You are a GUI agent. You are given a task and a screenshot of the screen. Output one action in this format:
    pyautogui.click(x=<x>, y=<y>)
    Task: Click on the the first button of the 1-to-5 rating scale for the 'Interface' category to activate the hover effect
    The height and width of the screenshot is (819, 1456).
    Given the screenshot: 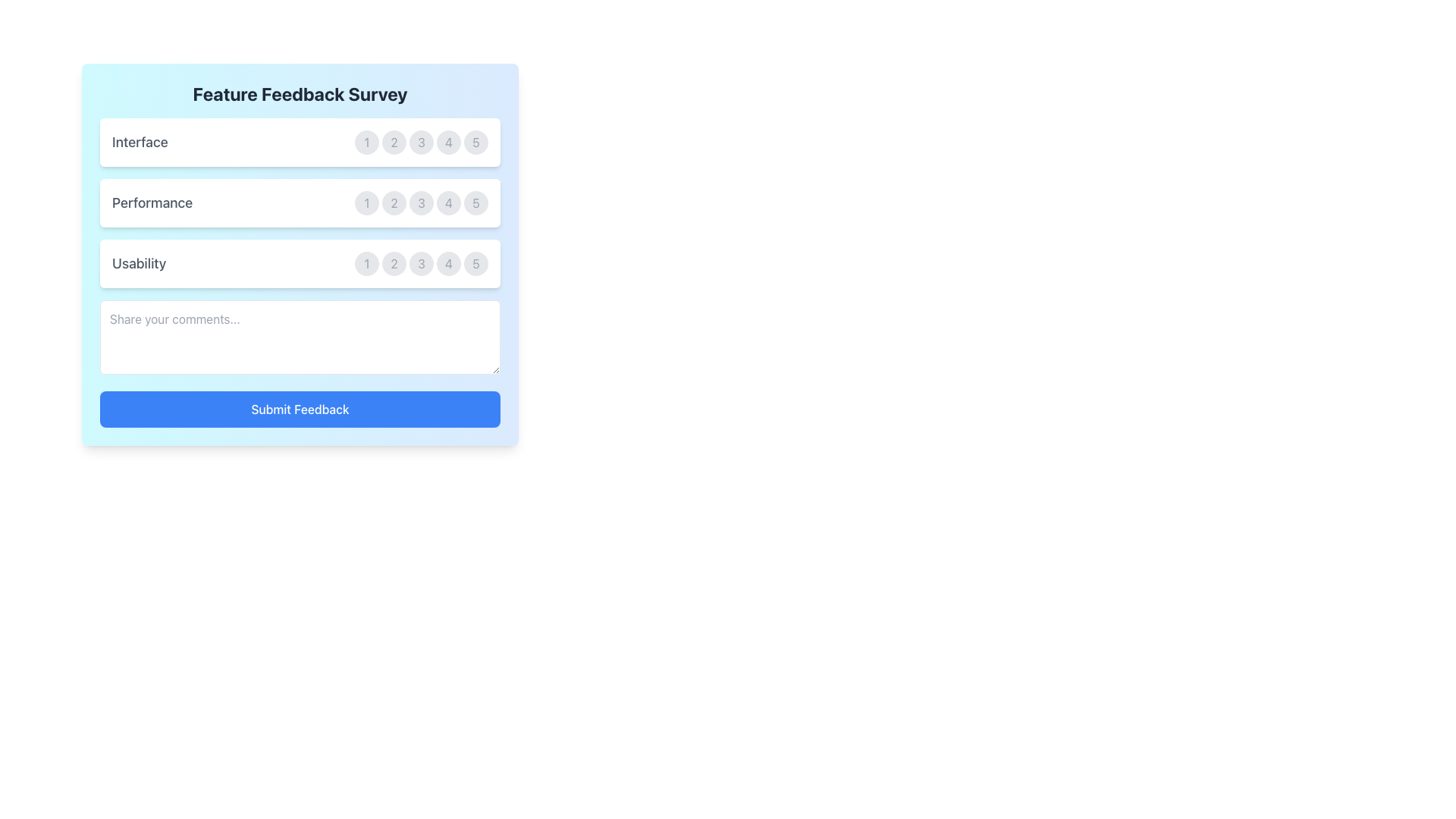 What is the action you would take?
    pyautogui.click(x=367, y=143)
    